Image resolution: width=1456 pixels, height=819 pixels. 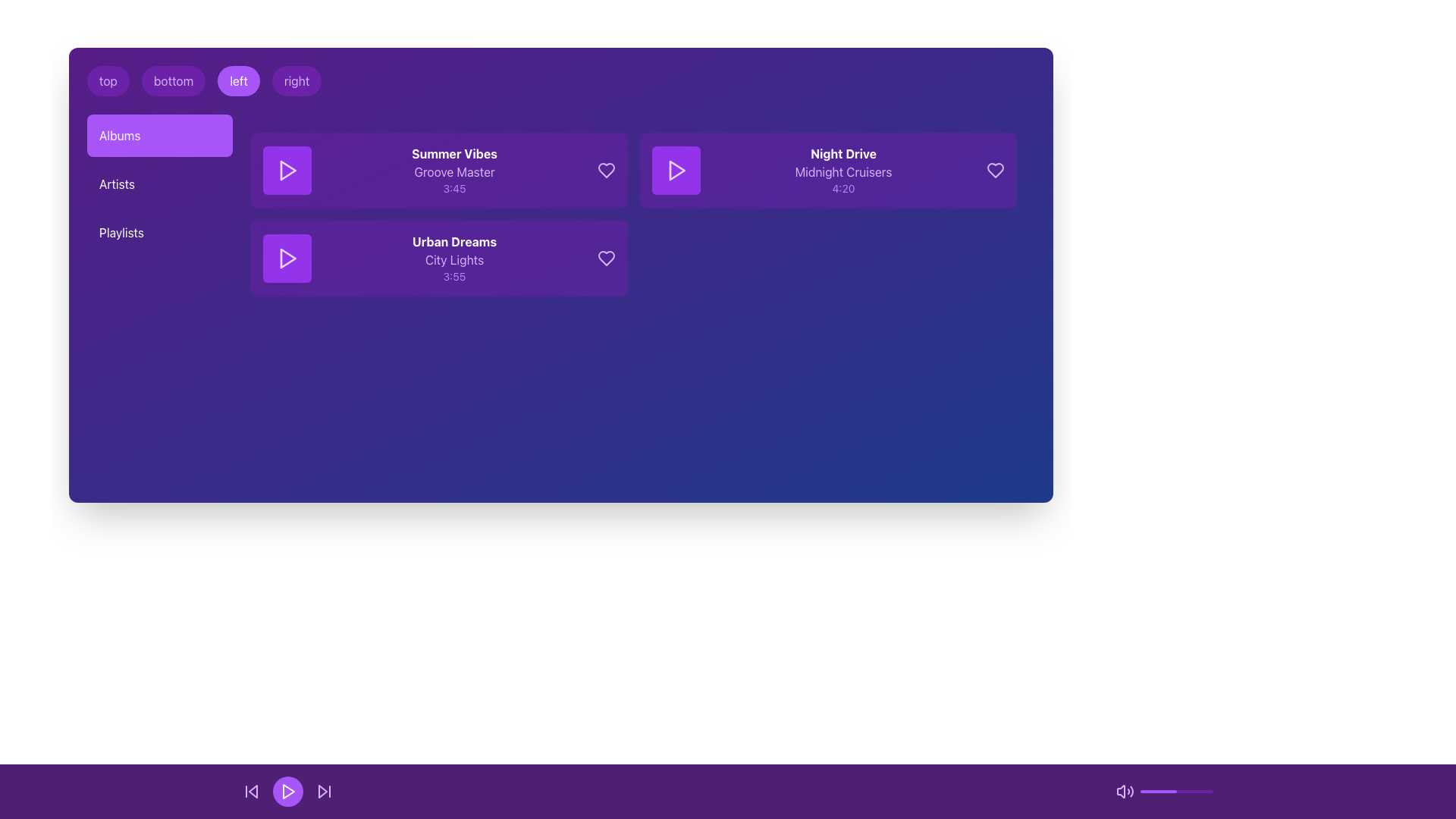 I want to click on the heart-shaped icon for the song 'Night Drive' by 'Midnight Cruisers', so click(x=996, y=170).